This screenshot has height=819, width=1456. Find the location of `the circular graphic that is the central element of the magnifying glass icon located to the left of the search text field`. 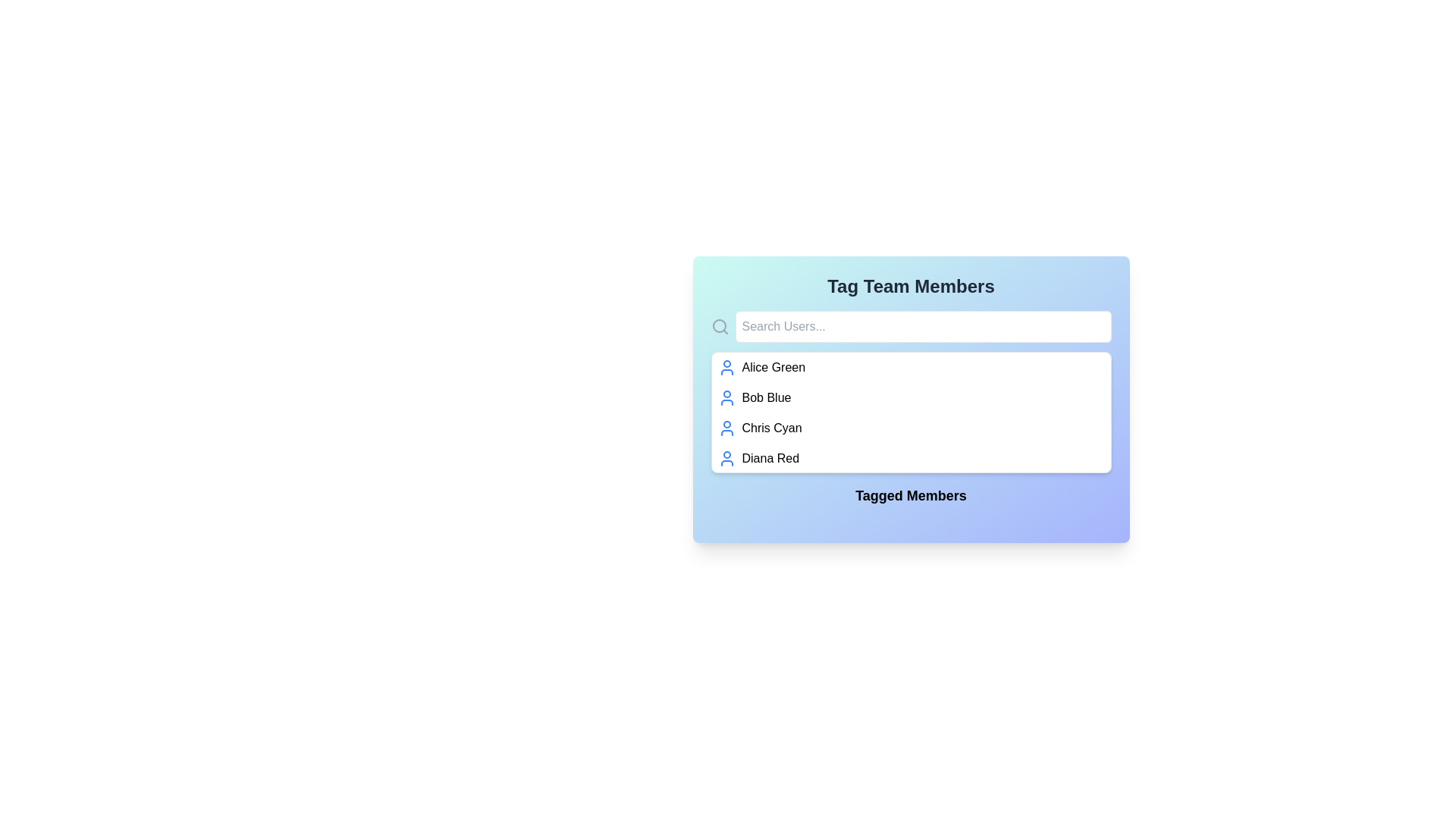

the circular graphic that is the central element of the magnifying glass icon located to the left of the search text field is located at coordinates (718, 325).